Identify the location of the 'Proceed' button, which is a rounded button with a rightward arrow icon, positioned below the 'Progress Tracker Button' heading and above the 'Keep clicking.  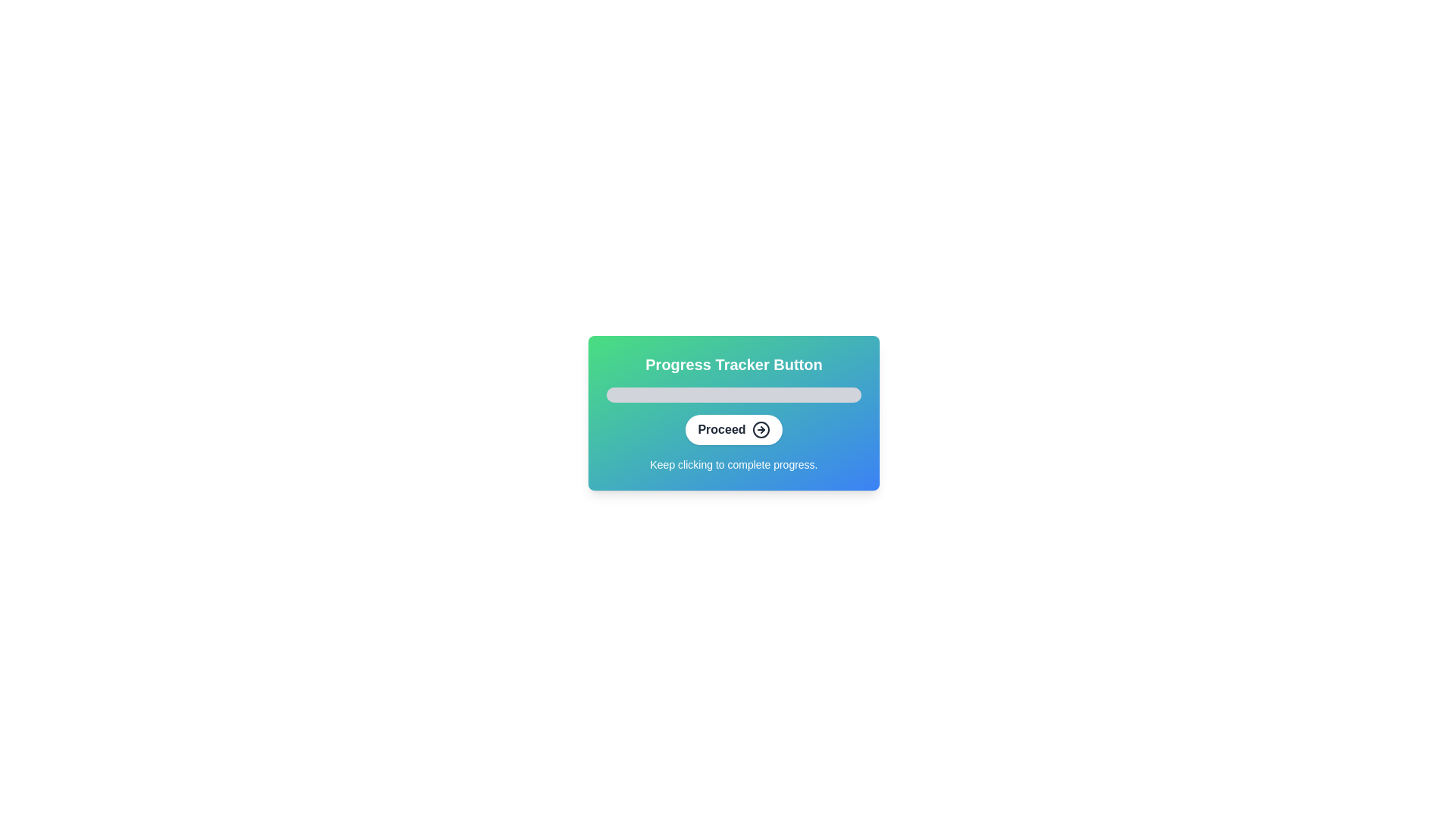
(734, 430).